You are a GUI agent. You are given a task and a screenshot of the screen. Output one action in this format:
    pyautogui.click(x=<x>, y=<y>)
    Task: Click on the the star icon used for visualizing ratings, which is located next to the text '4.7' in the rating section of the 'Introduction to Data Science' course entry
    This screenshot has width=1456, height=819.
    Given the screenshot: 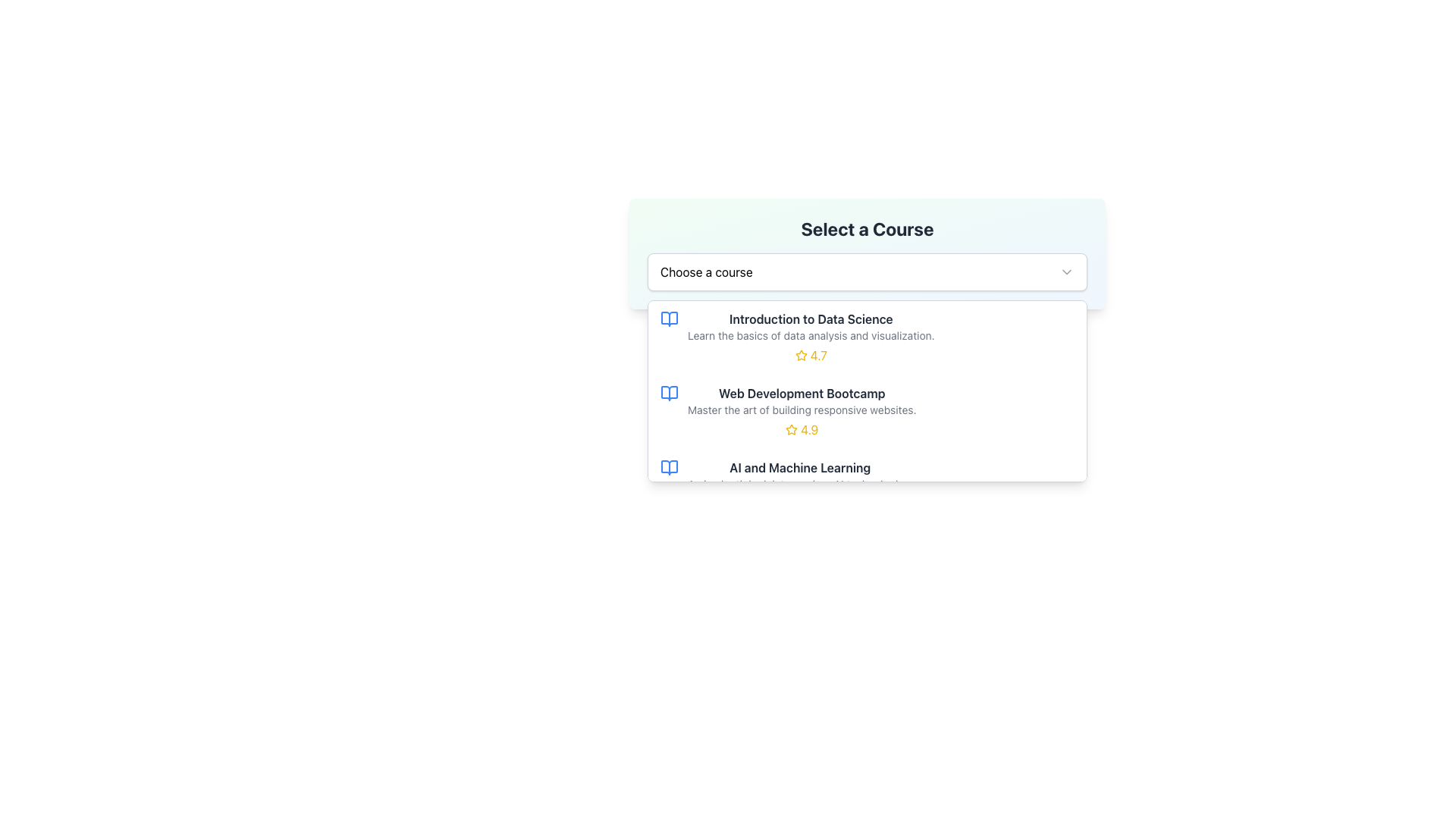 What is the action you would take?
    pyautogui.click(x=800, y=356)
    